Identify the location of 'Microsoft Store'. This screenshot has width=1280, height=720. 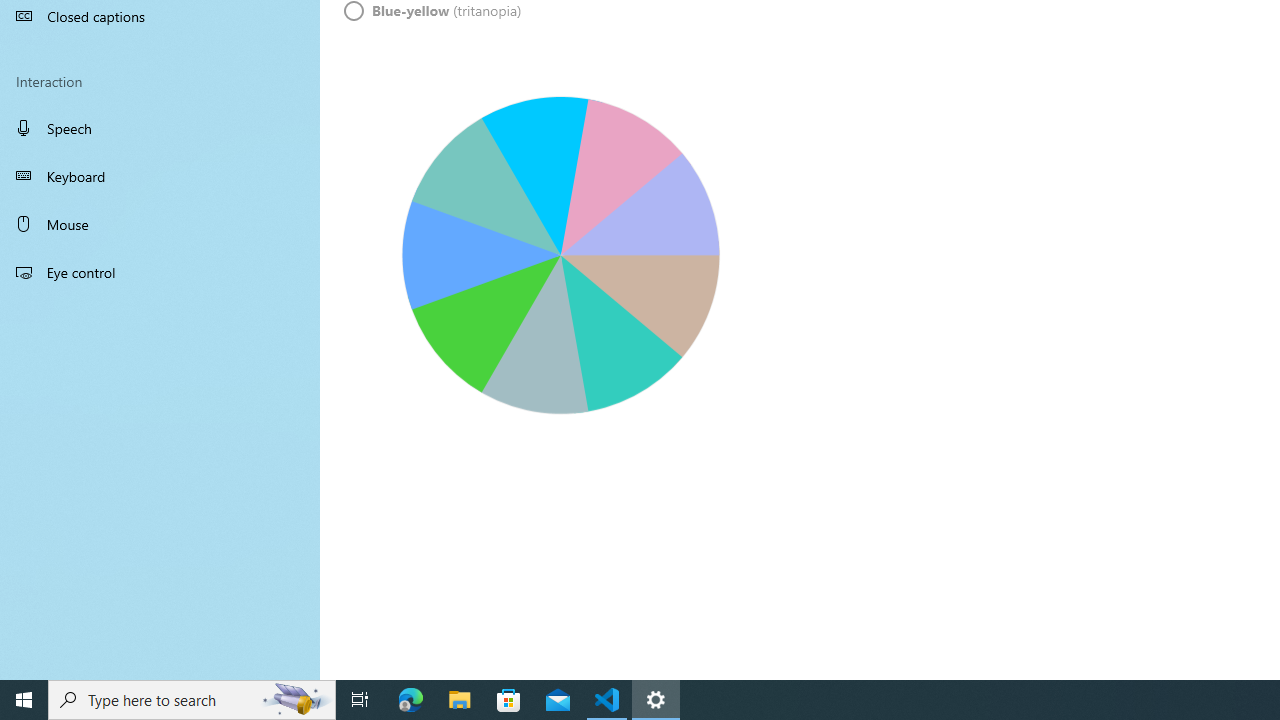
(509, 698).